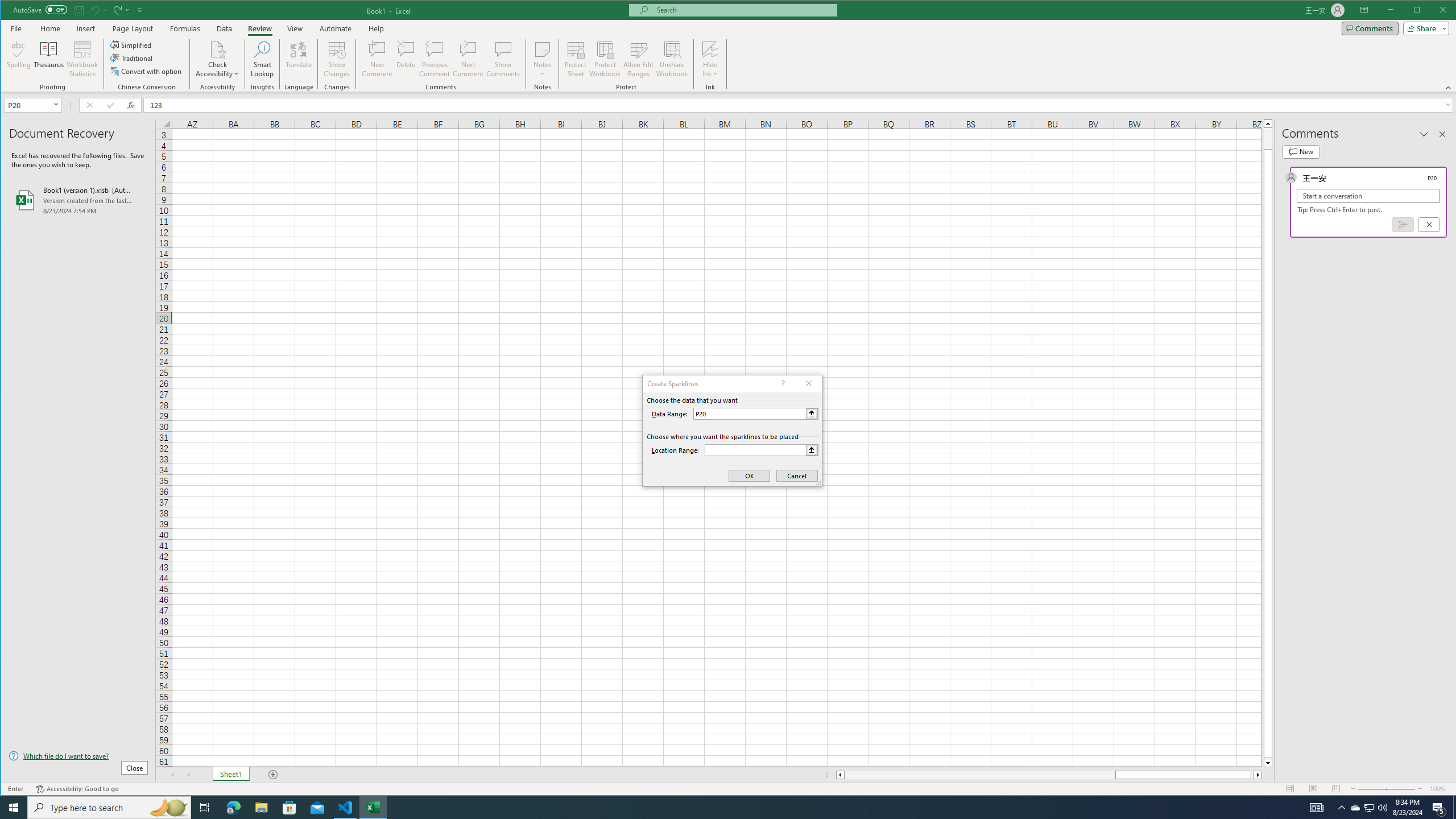 The height and width of the screenshot is (819, 1456). What do you see at coordinates (638, 59) in the screenshot?
I see `'Allow Edit Ranges'` at bounding box center [638, 59].